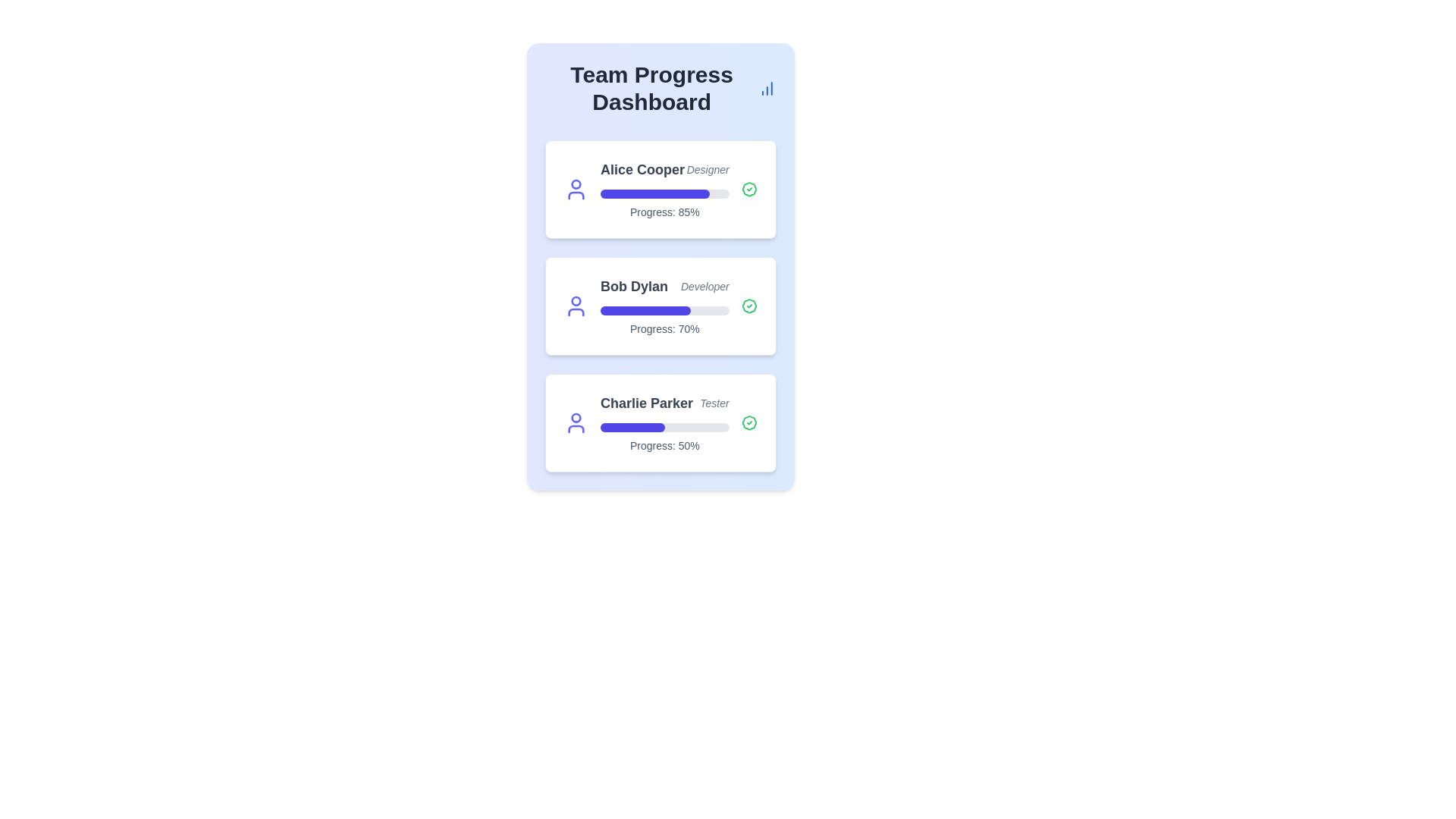 This screenshot has height=819, width=1456. I want to click on the graphical status icon located on the right side of the progress section within the second card from the top in the vertical list of user progress displays, so click(749, 189).